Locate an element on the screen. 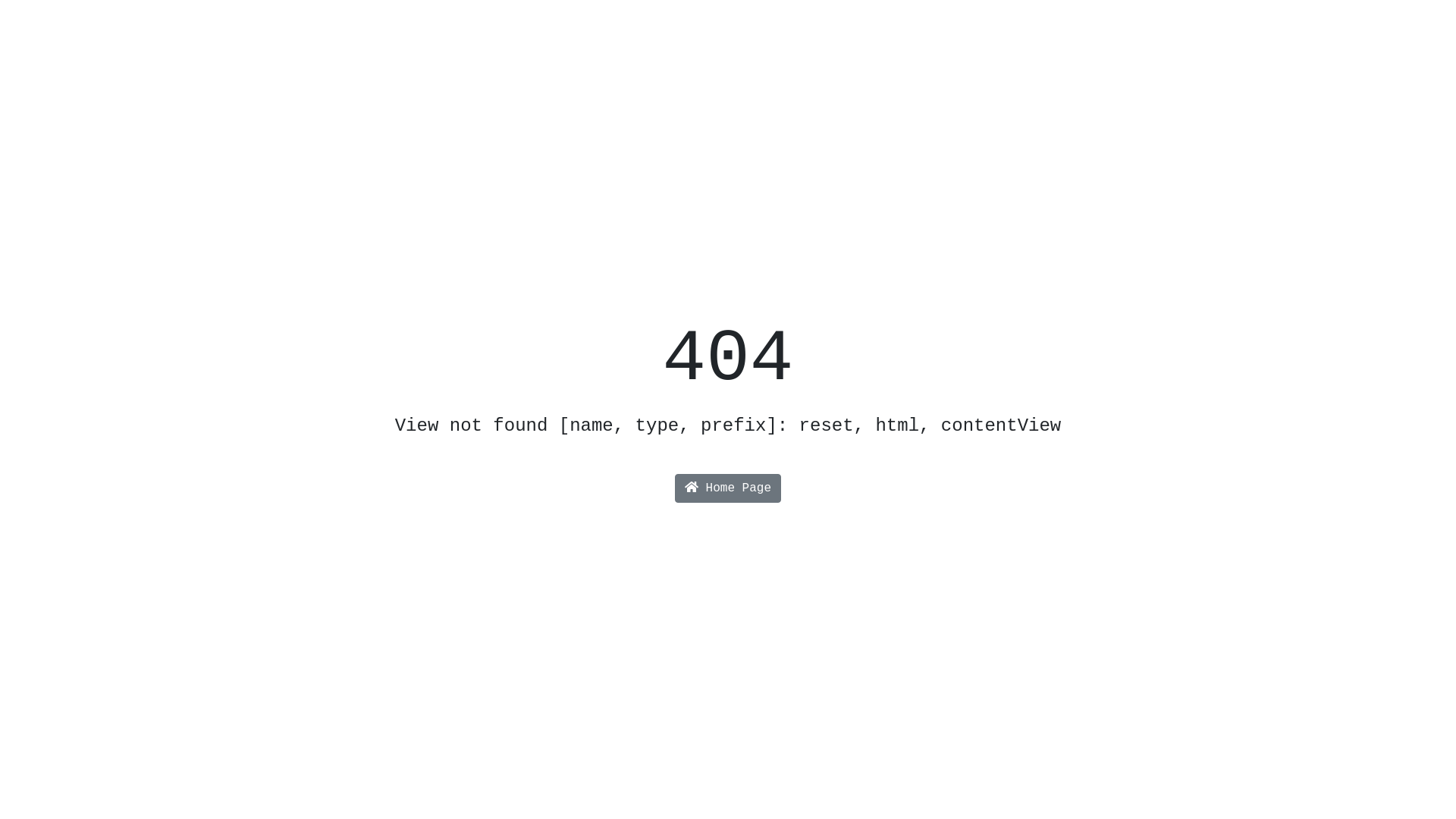 This screenshot has height=819, width=1456. 'Home Page' is located at coordinates (728, 488).